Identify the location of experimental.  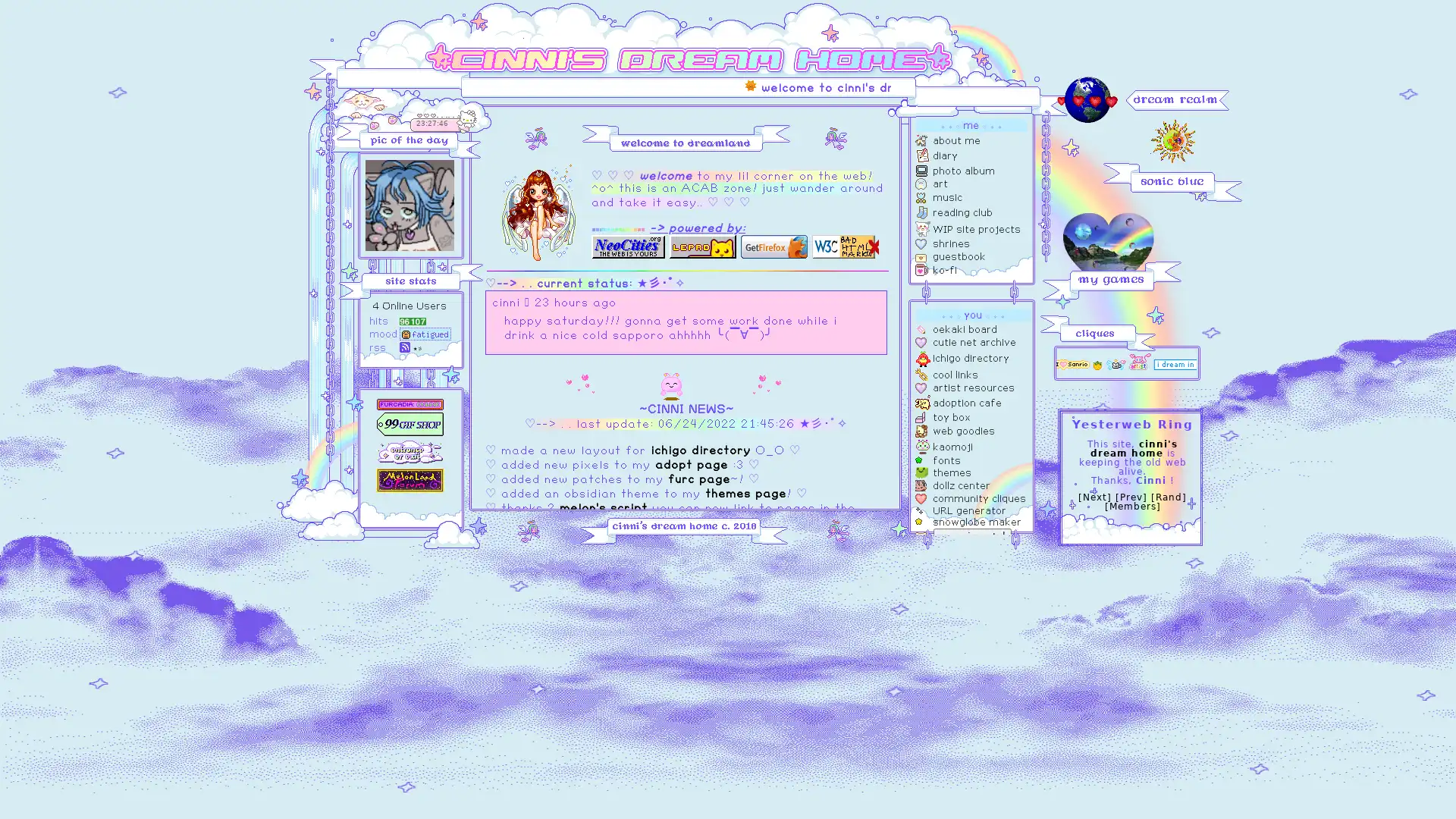
(972, 535).